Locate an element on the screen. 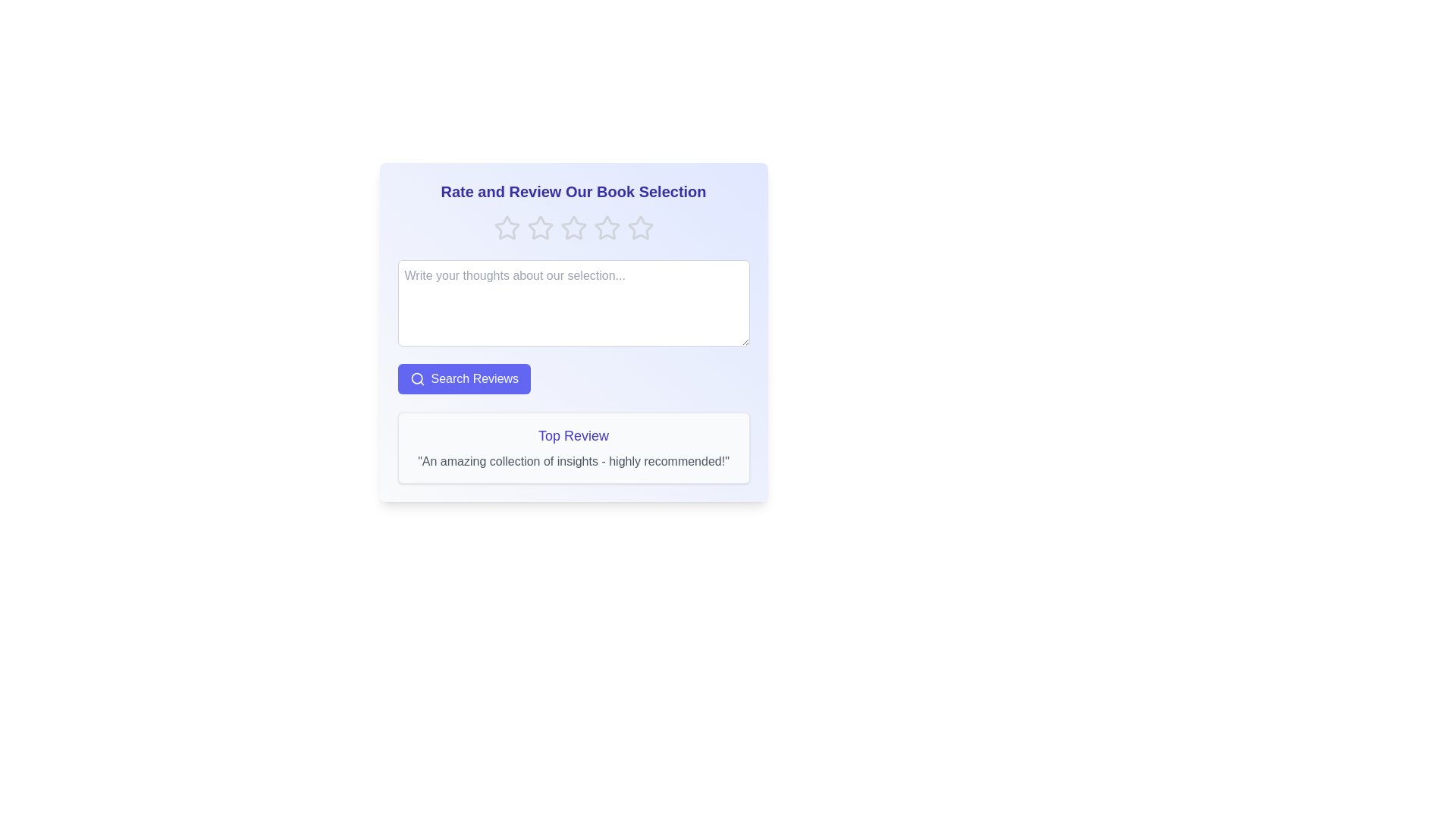 The width and height of the screenshot is (1456, 819). the rating to 5 stars by clicking the corresponding star is located at coordinates (640, 227).